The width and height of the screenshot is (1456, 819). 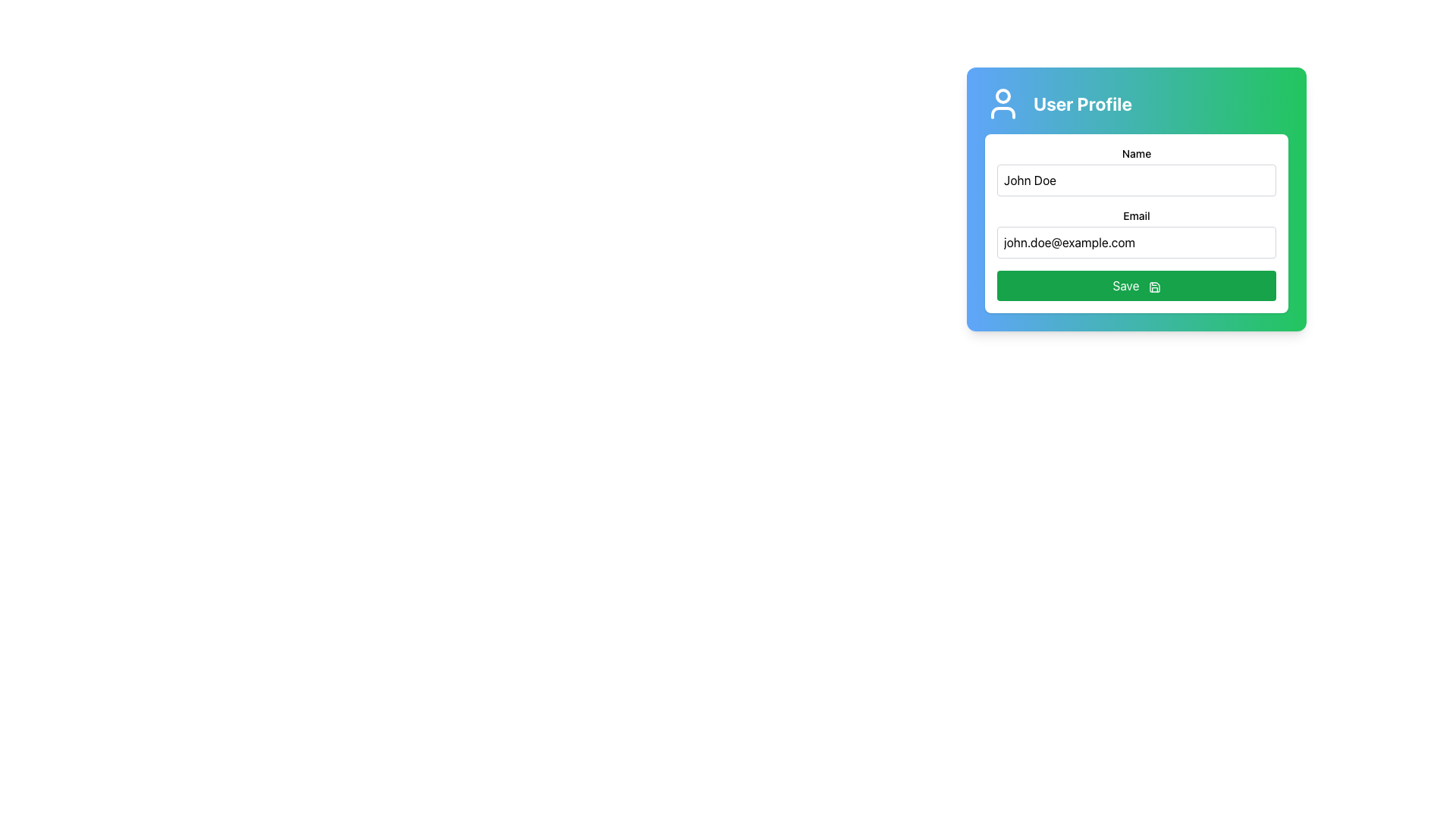 What do you see at coordinates (1136, 154) in the screenshot?
I see `the Text Label that indicates the input field for entering a name, located in the user profile form layout` at bounding box center [1136, 154].